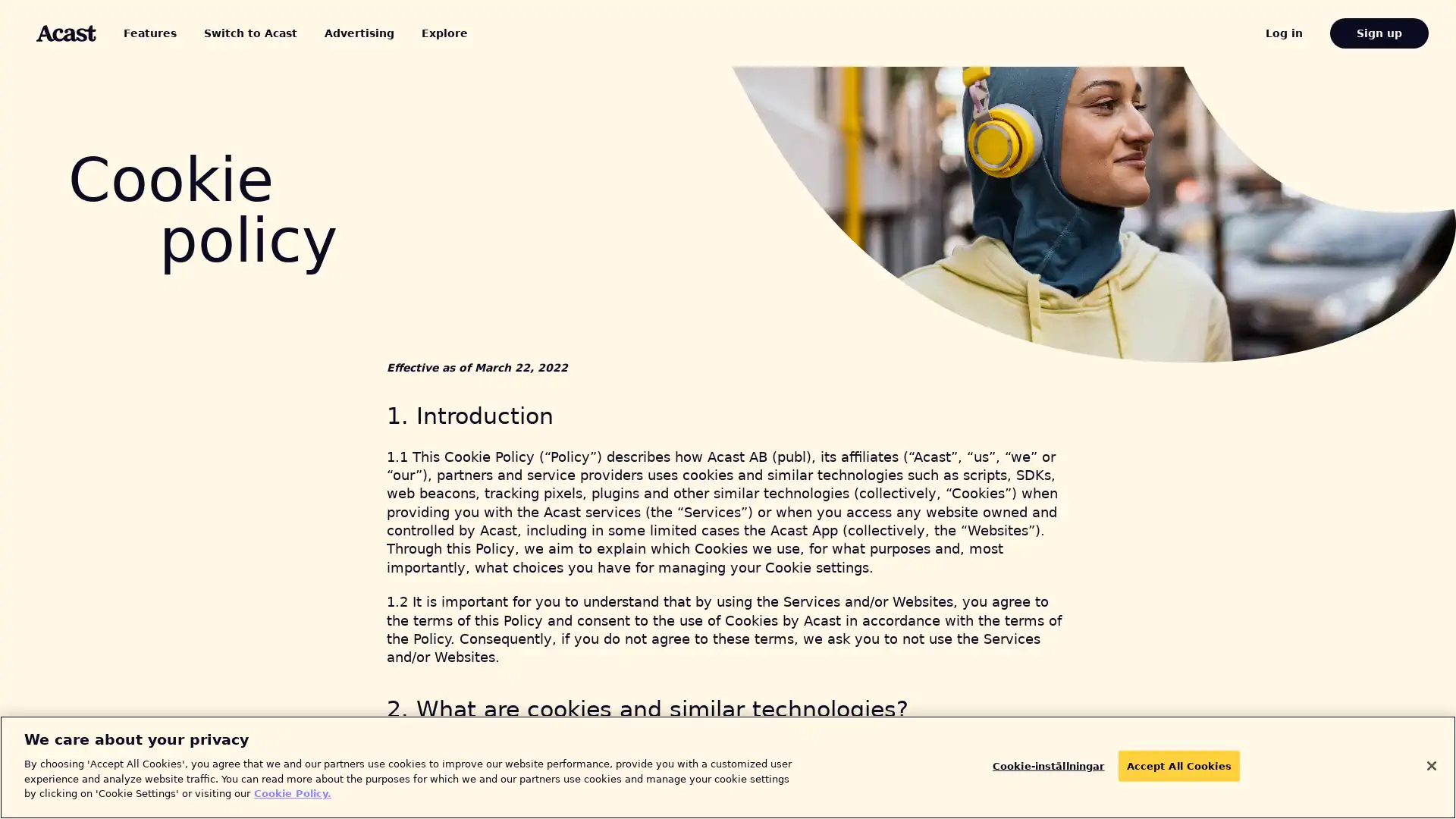  I want to click on Accept All Cookies, so click(1169, 766).